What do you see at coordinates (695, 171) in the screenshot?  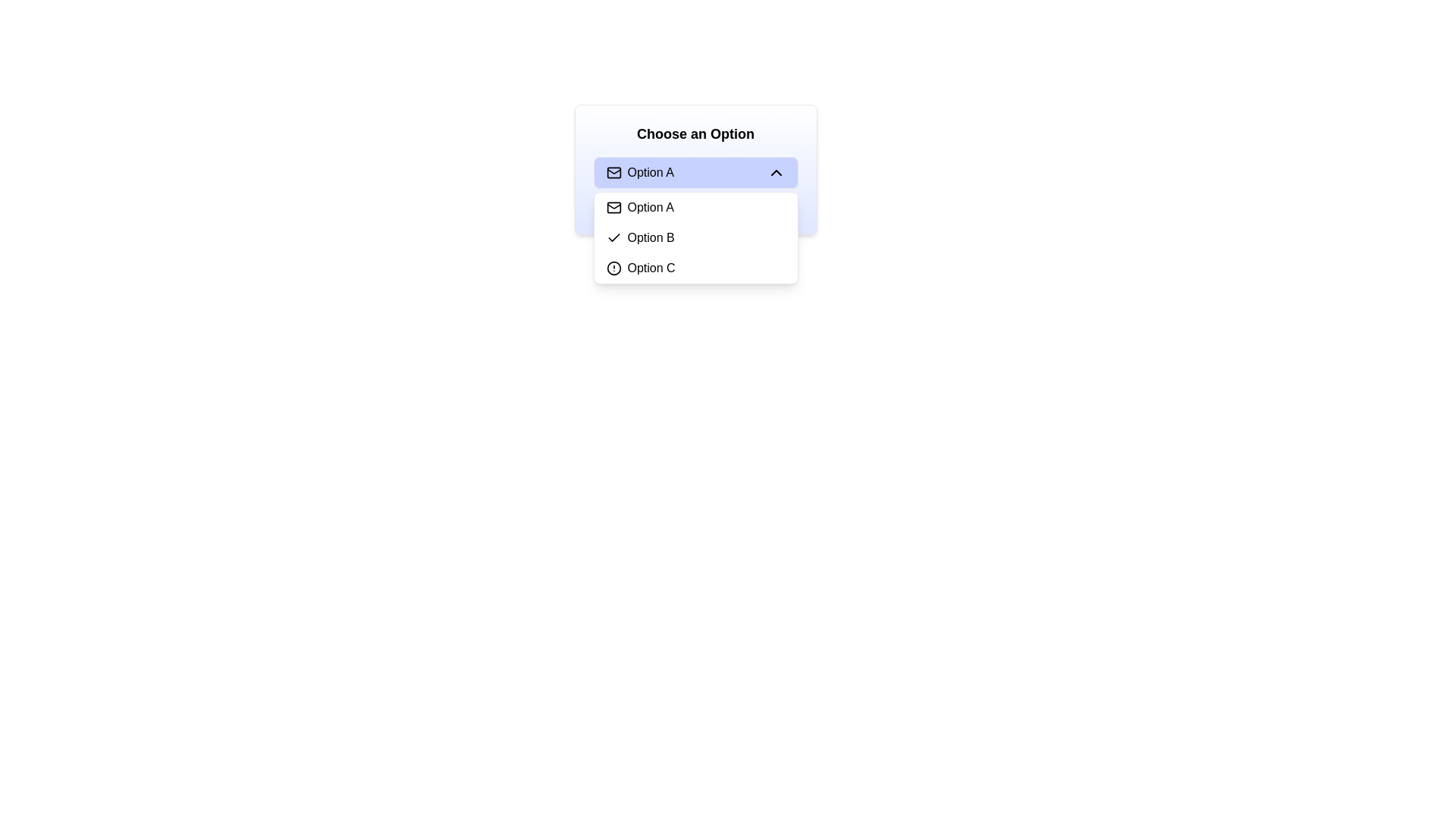 I see `the dropdown menu trigger located beneath the title 'Choose an Option'` at bounding box center [695, 171].